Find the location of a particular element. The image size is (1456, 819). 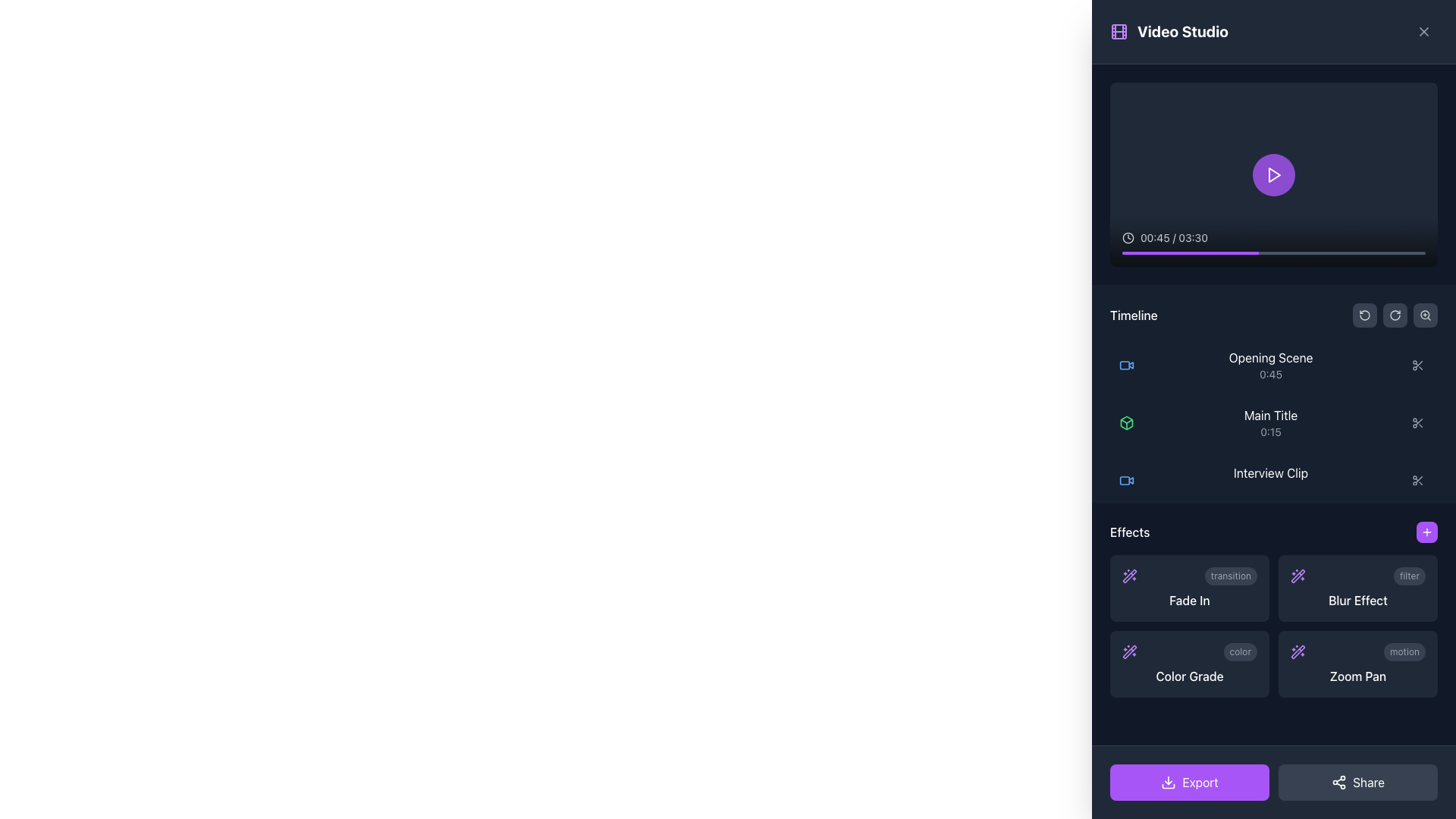

the export button located at the bottom of the UI, before the 'Share' button, to interact with animations or tooltips is located at coordinates (1189, 783).